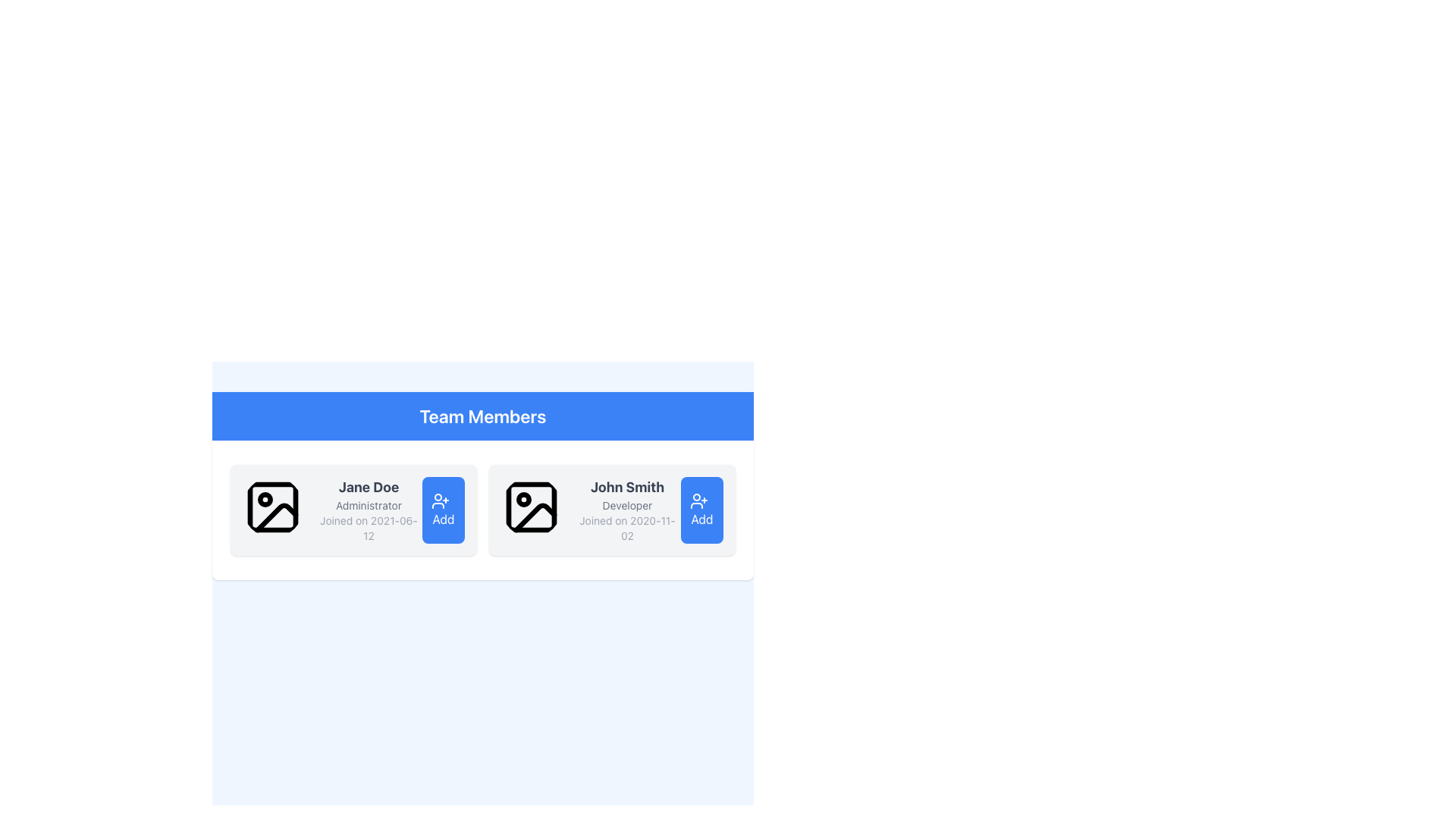 This screenshot has height=819, width=1456. Describe the element at coordinates (369, 506) in the screenshot. I see `static text label displaying 'Administrator', which is positioned below the name 'Jane Doe'` at that location.